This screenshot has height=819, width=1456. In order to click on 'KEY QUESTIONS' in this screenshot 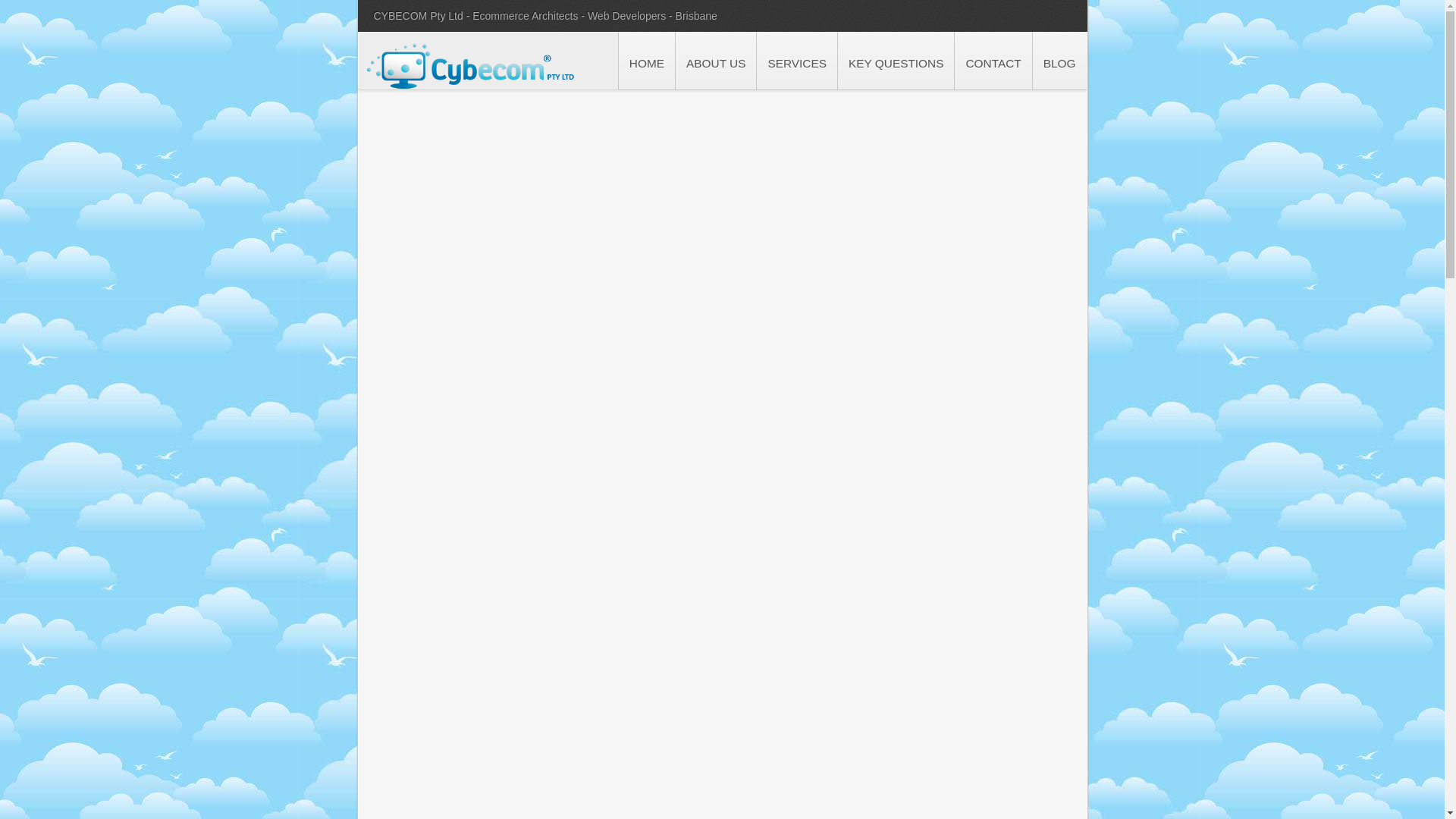, I will do `click(895, 60)`.